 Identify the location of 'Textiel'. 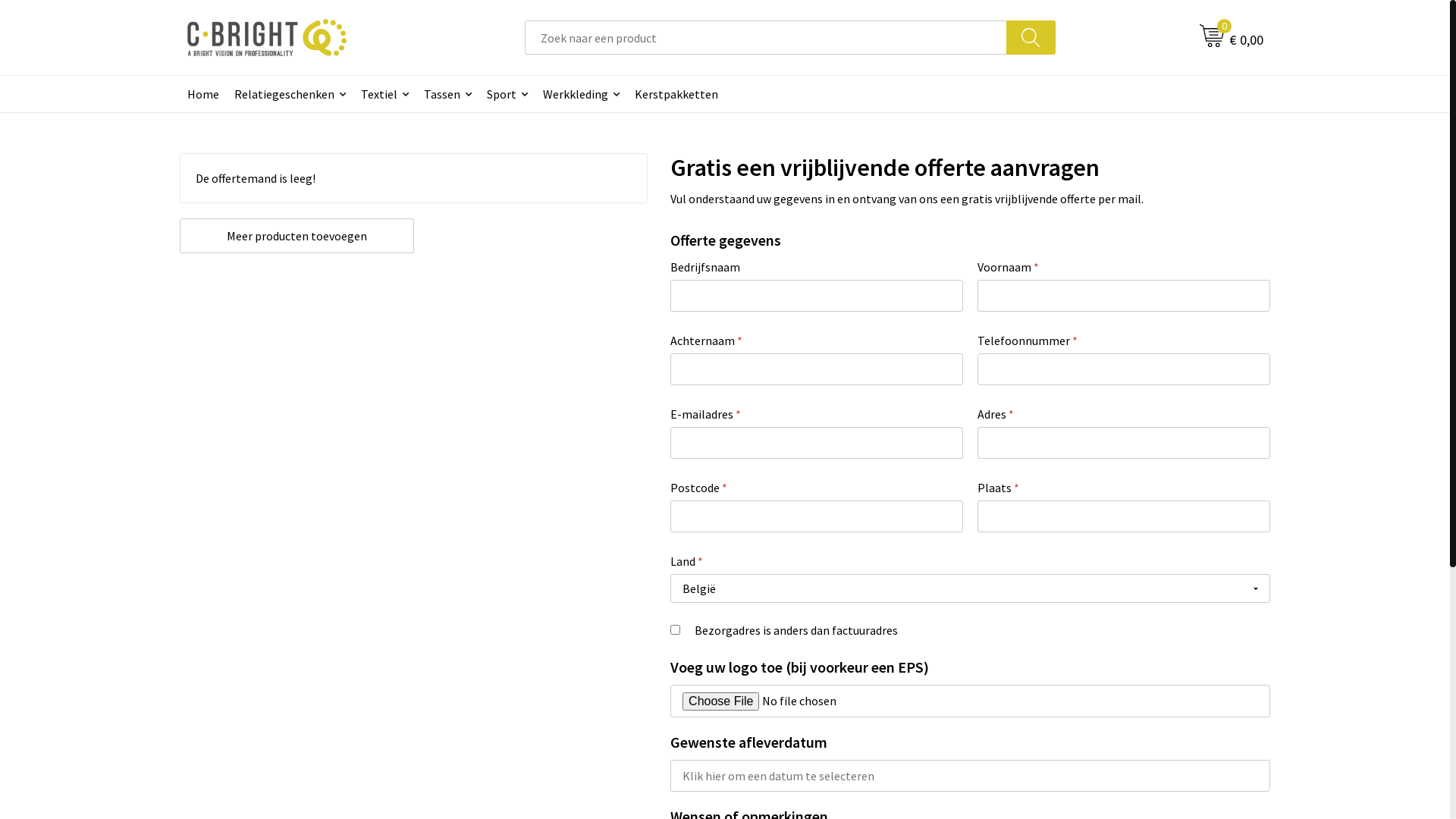
(384, 93).